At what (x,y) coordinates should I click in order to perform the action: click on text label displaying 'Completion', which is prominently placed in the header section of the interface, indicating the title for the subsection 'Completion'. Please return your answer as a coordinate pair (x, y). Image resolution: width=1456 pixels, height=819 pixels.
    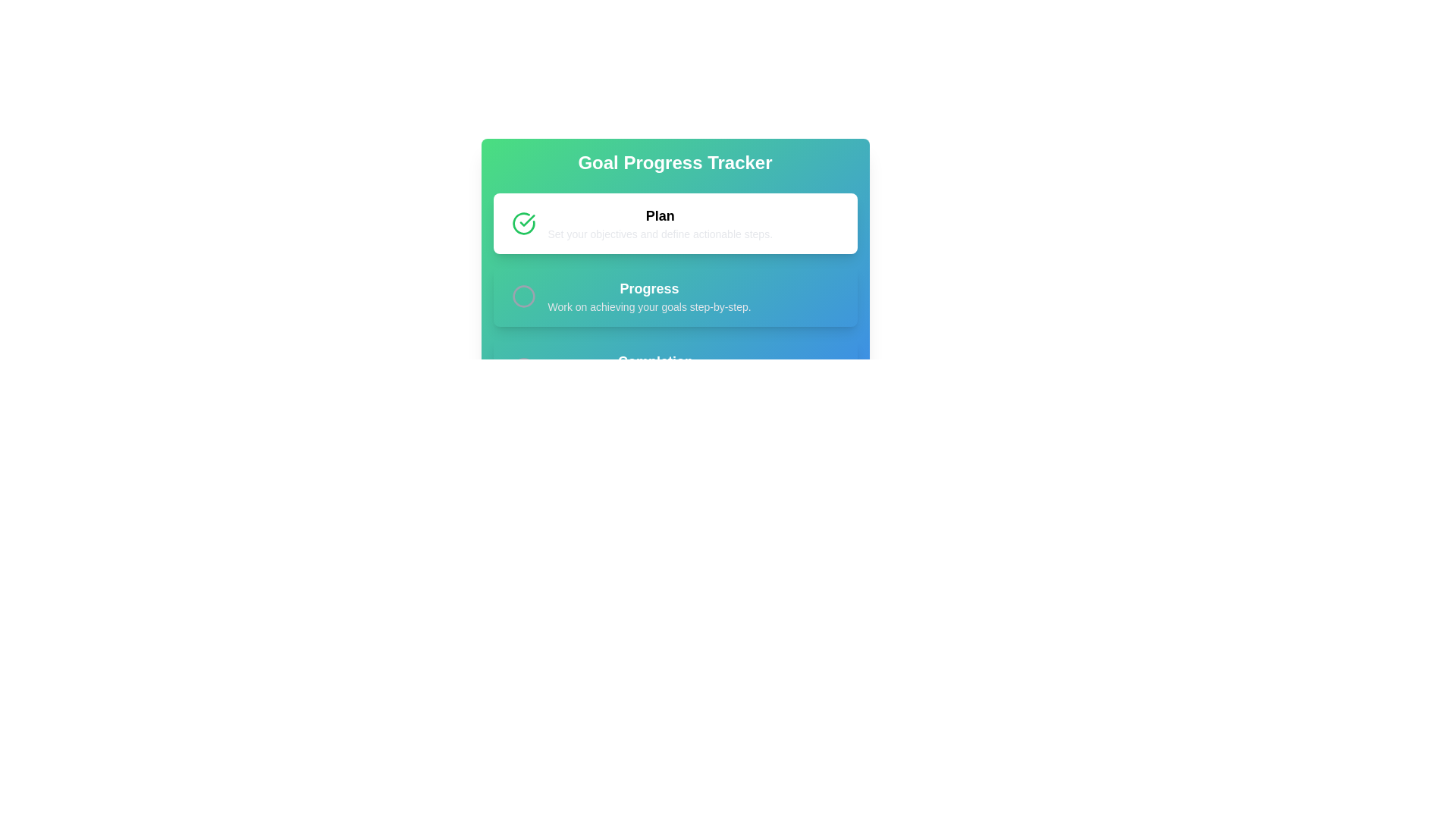
    Looking at the image, I should click on (655, 362).